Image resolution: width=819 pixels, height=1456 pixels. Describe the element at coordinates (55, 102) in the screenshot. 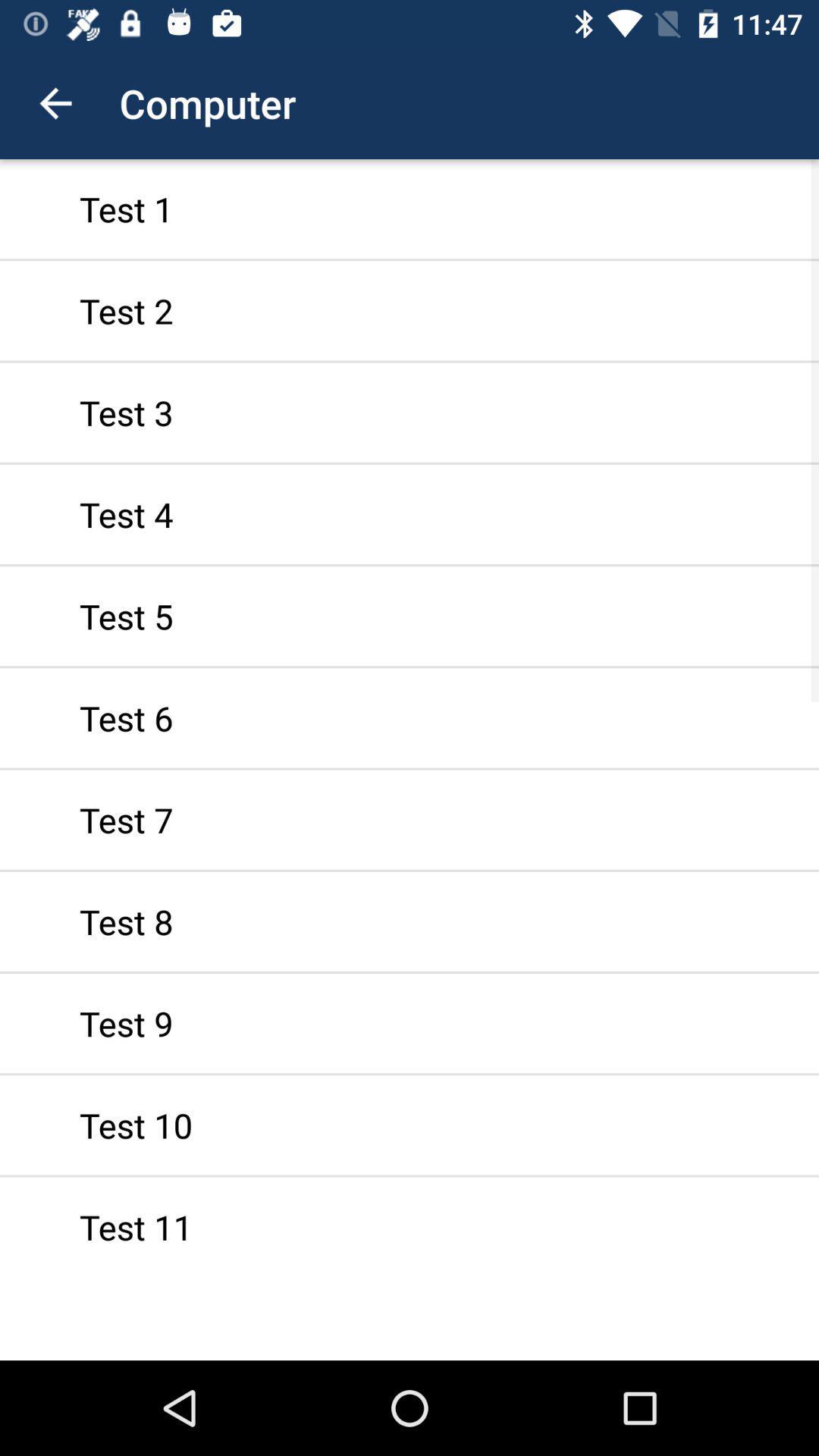

I see `icon above test 1 icon` at that location.